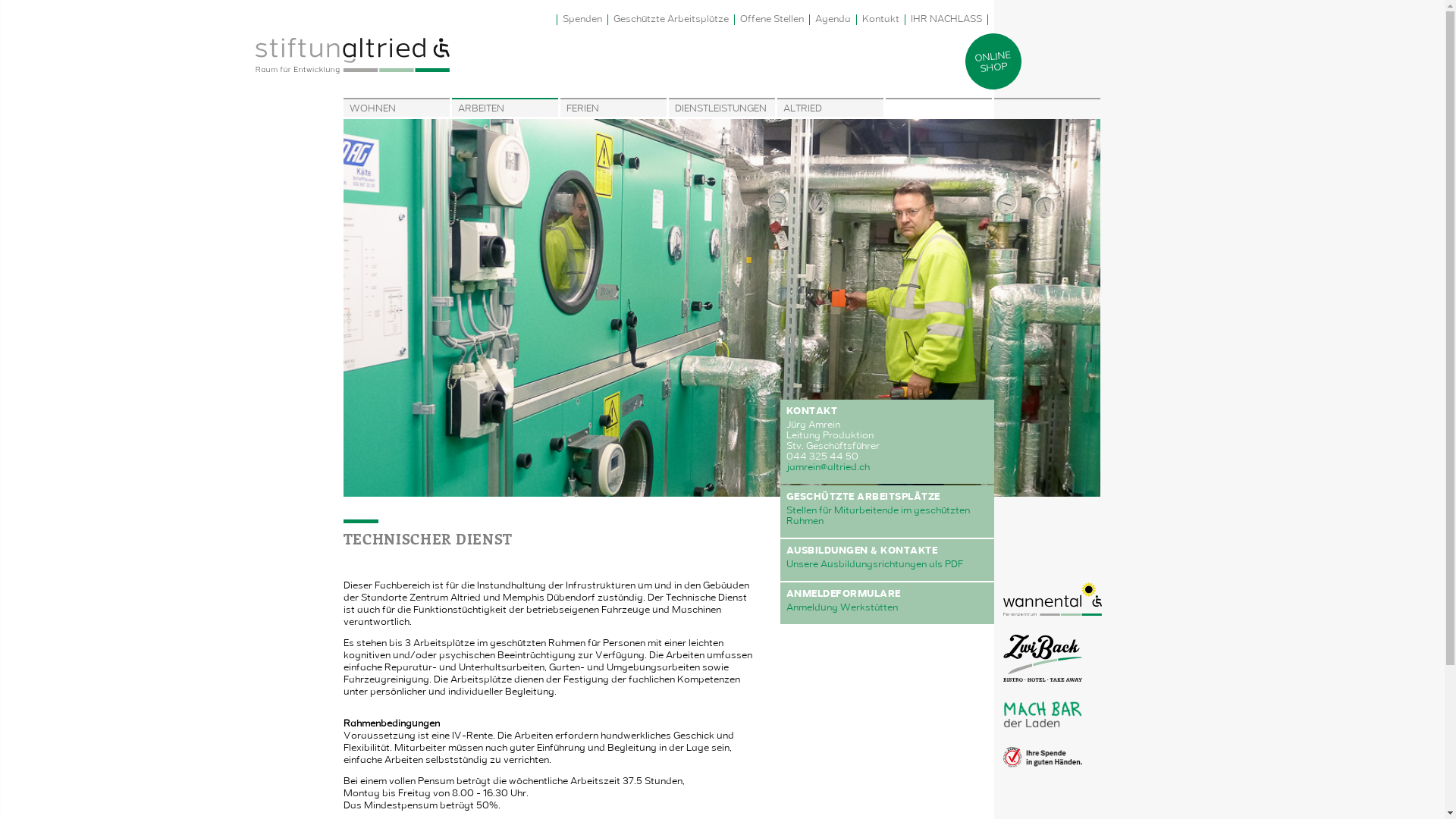  What do you see at coordinates (829, 108) in the screenshot?
I see `'ALTRIED'` at bounding box center [829, 108].